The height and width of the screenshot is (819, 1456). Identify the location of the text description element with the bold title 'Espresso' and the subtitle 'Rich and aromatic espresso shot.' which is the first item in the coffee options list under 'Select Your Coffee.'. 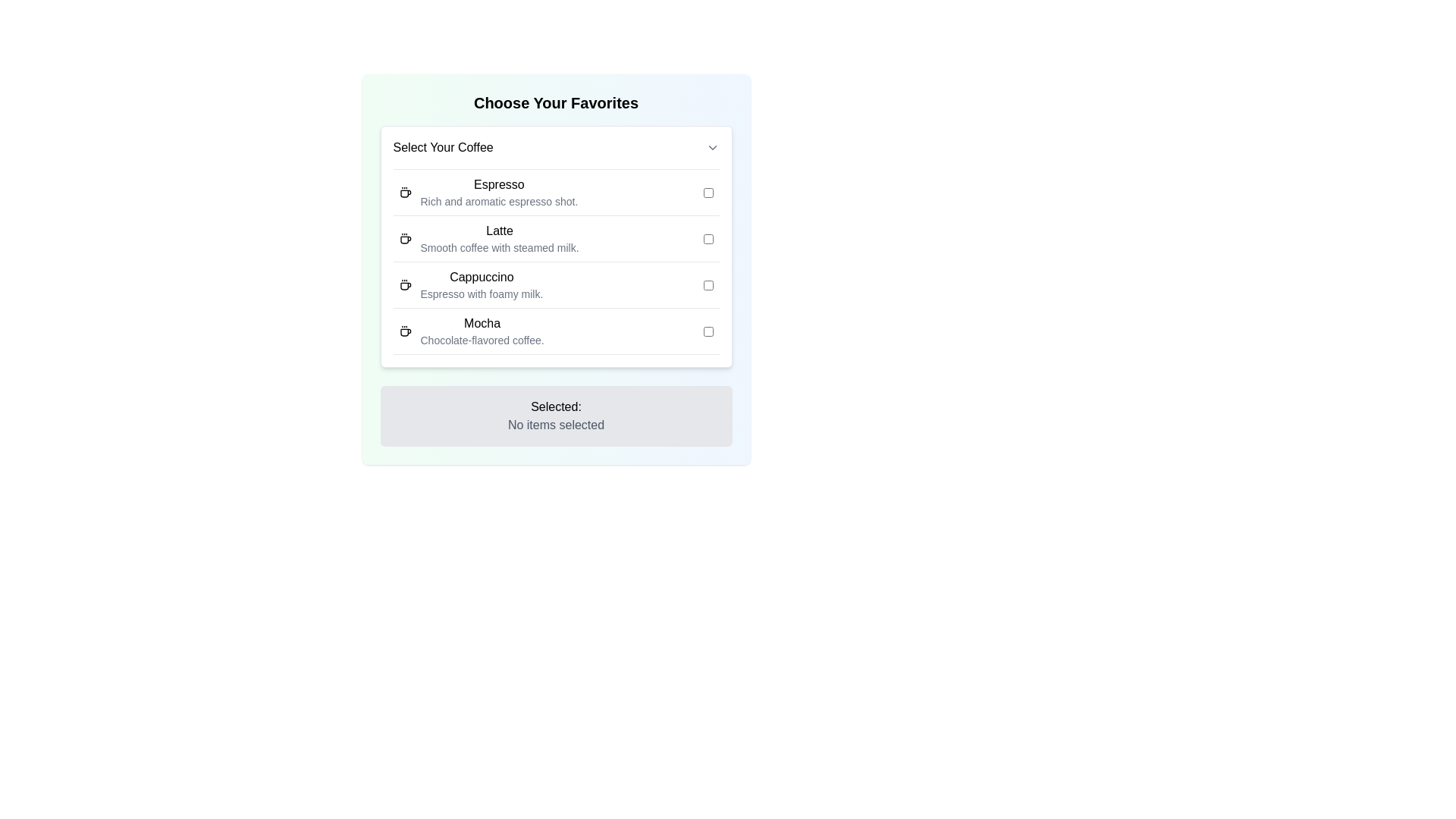
(499, 192).